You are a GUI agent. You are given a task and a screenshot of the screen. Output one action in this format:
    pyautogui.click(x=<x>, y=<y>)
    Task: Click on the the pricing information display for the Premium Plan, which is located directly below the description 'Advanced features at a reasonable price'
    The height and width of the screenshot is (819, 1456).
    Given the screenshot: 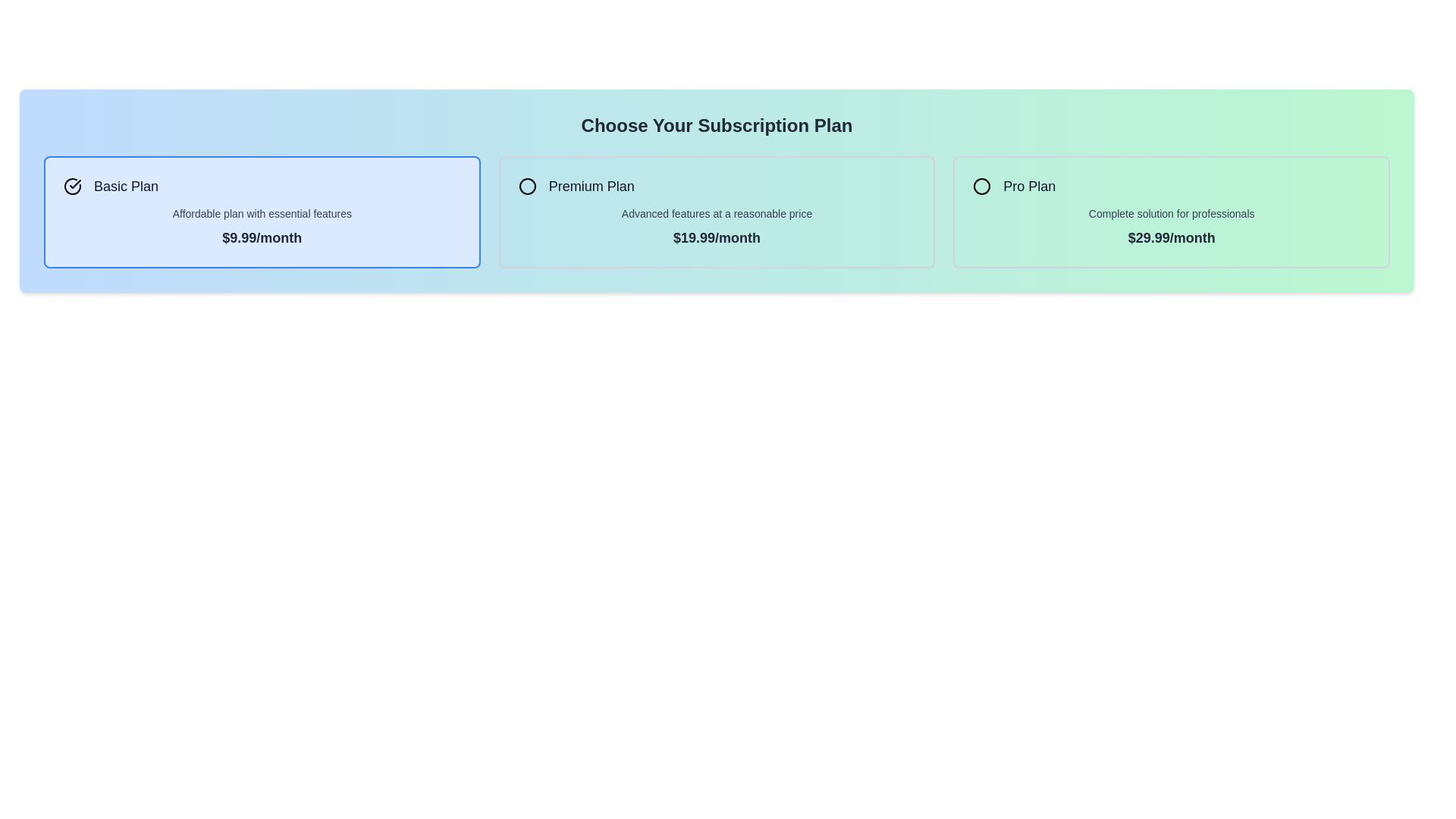 What is the action you would take?
    pyautogui.click(x=716, y=237)
    